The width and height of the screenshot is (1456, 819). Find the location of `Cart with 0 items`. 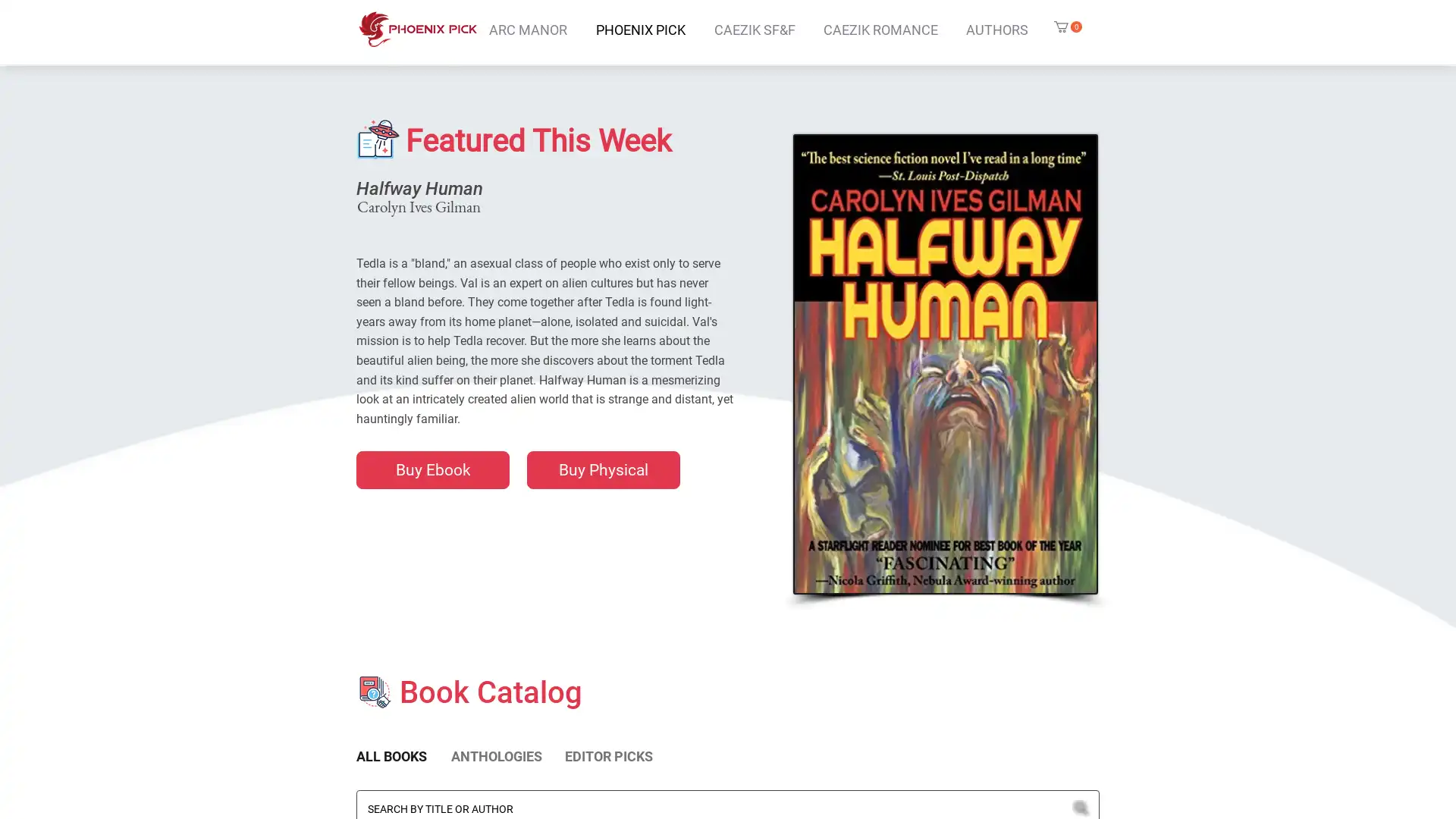

Cart with 0 items is located at coordinates (1067, 27).